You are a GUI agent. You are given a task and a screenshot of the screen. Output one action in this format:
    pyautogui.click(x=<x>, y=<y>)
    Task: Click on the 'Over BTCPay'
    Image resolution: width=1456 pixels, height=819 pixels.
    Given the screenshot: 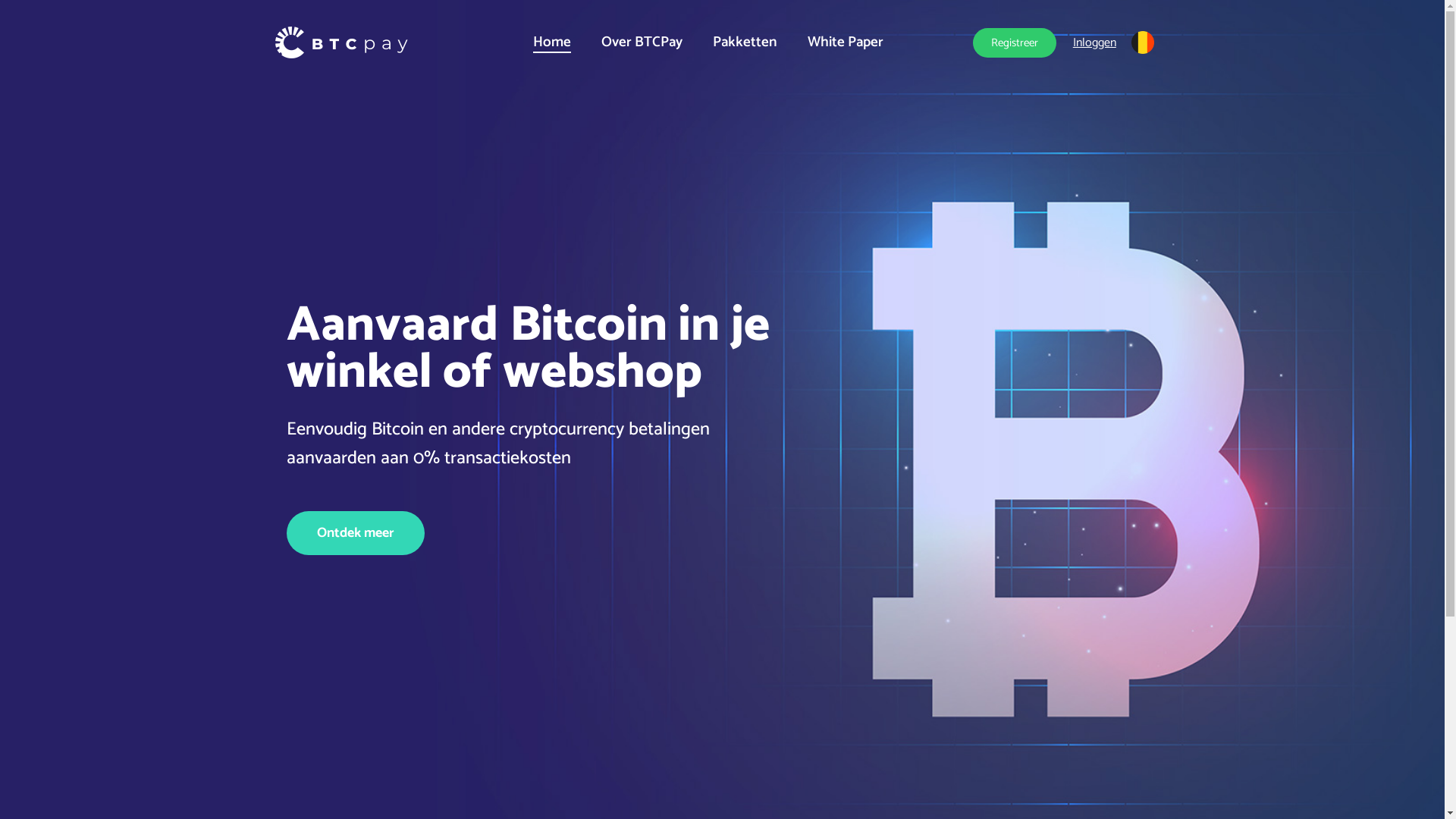 What is the action you would take?
    pyautogui.click(x=642, y=42)
    